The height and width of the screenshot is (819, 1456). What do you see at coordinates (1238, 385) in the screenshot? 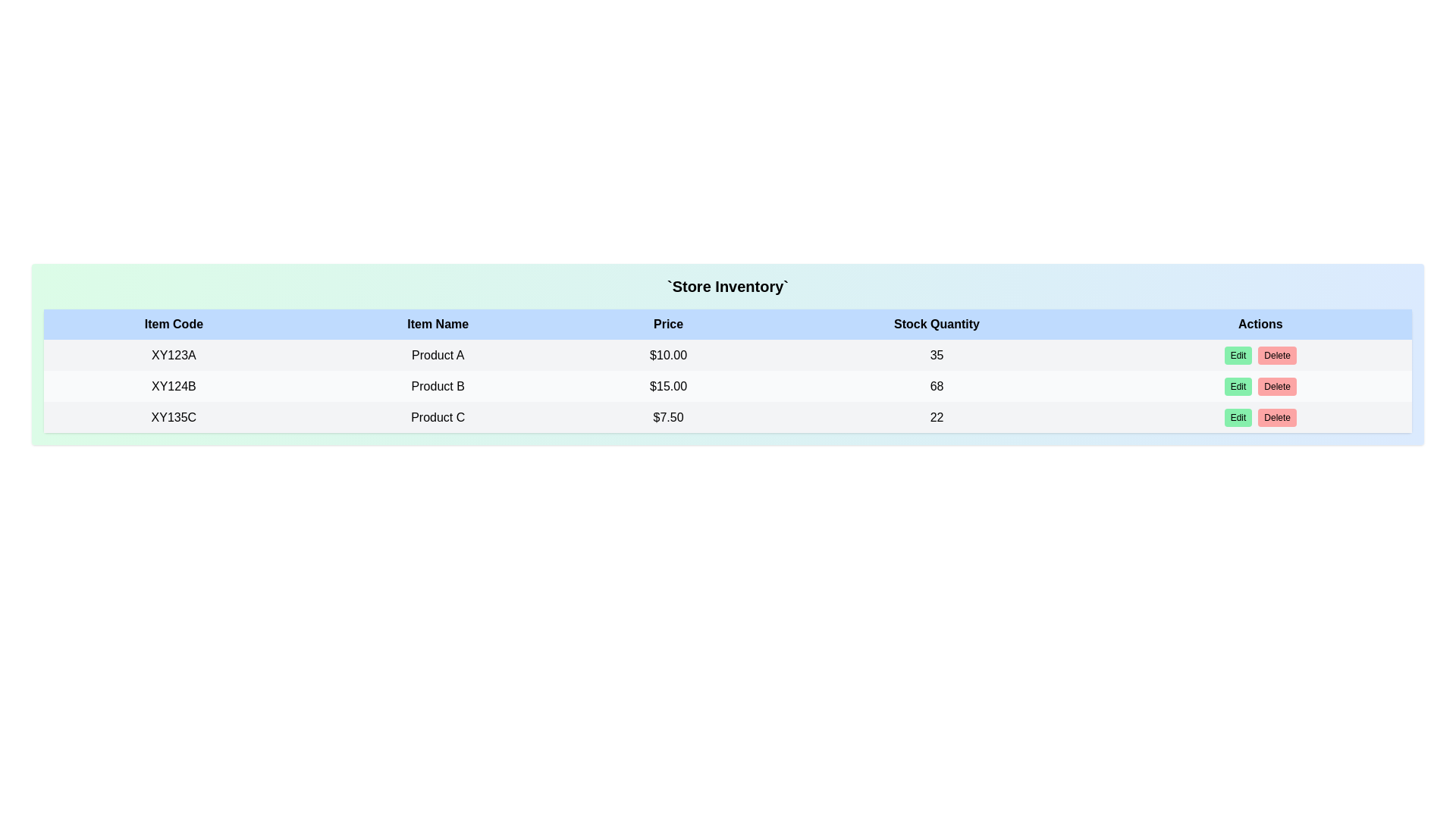
I see `the green 'Edit' button with bold black font located in the 'Actions' column of the second row associated with 'Product B' to observe its hover styling` at bounding box center [1238, 385].